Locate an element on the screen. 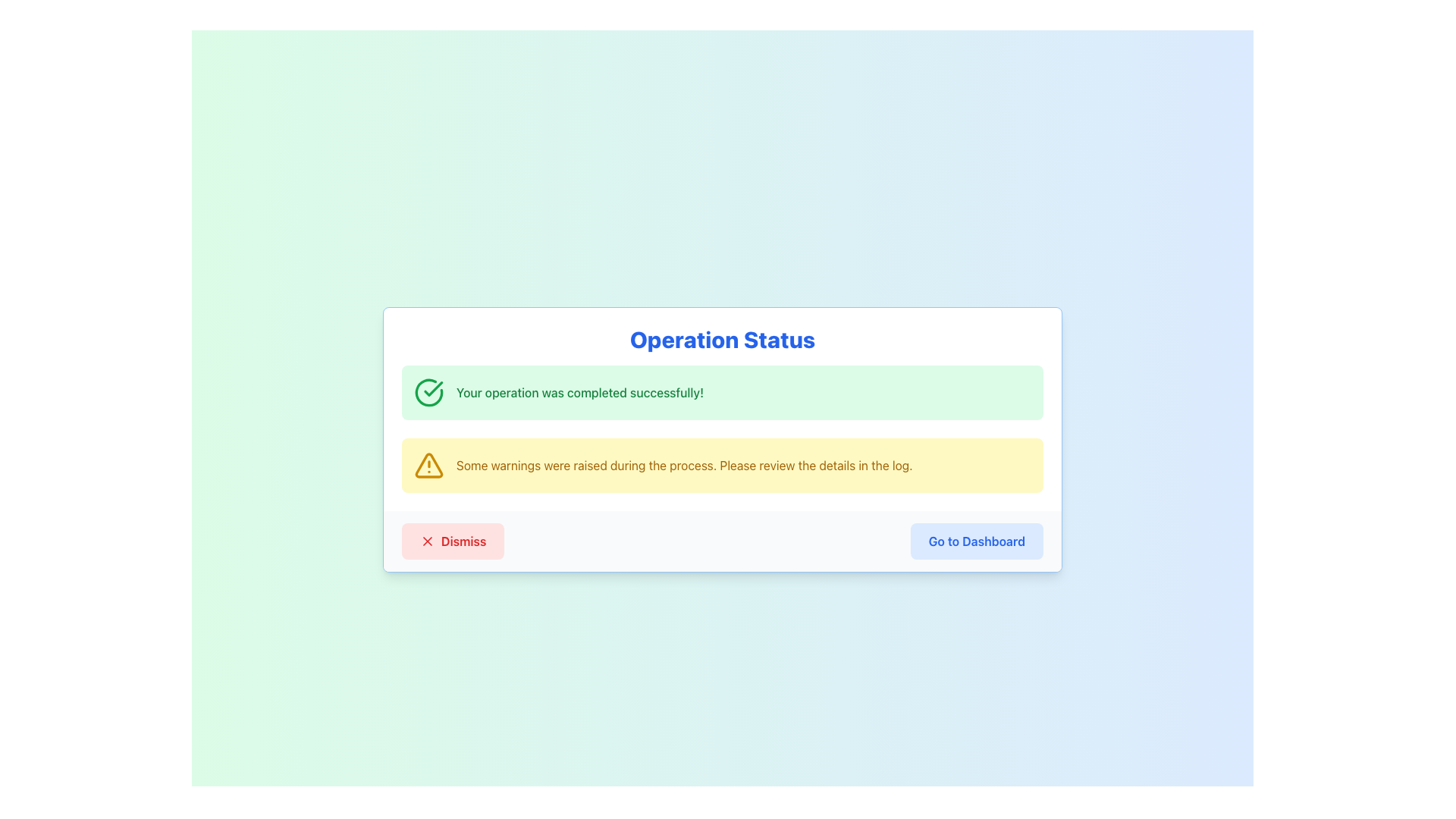  message content displayed in the text component that says 'Your operation was completed successfully!' within the green success message box is located at coordinates (579, 391).